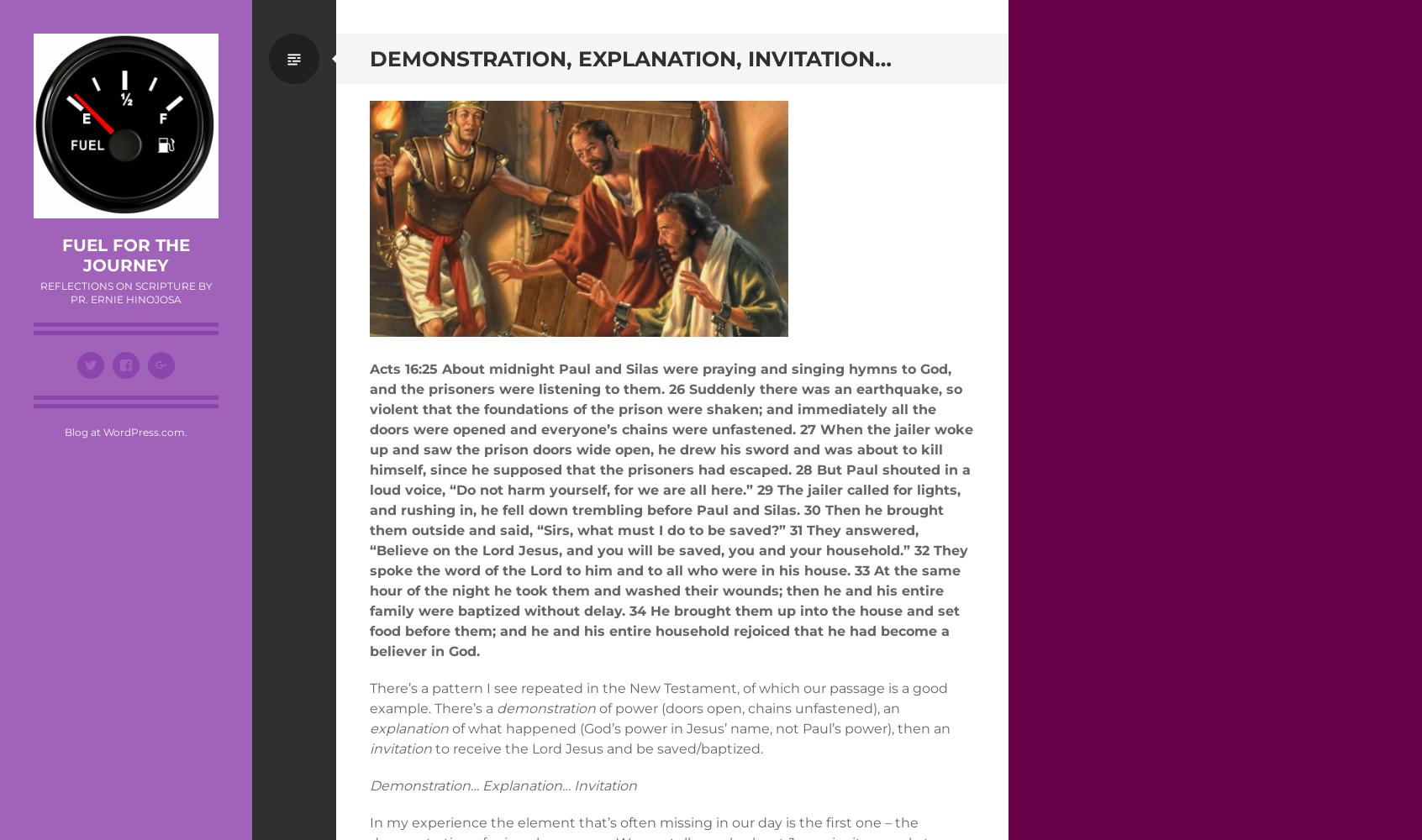  Describe the element at coordinates (408, 727) in the screenshot. I see `'explanation'` at that location.